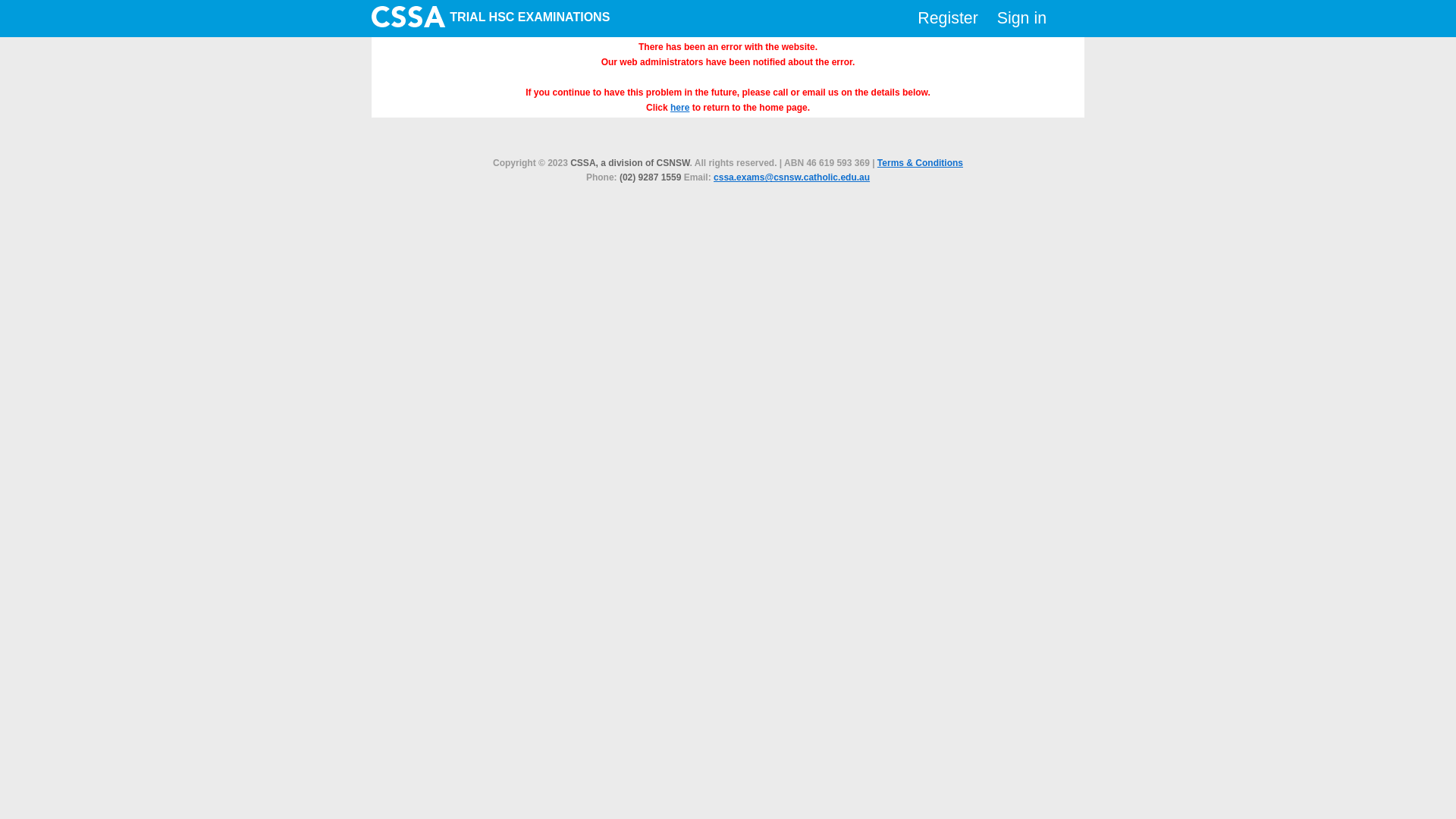 The image size is (1456, 819). What do you see at coordinates (790, 177) in the screenshot?
I see `'cssa.exams@csnsw.catholic.edu.au'` at bounding box center [790, 177].